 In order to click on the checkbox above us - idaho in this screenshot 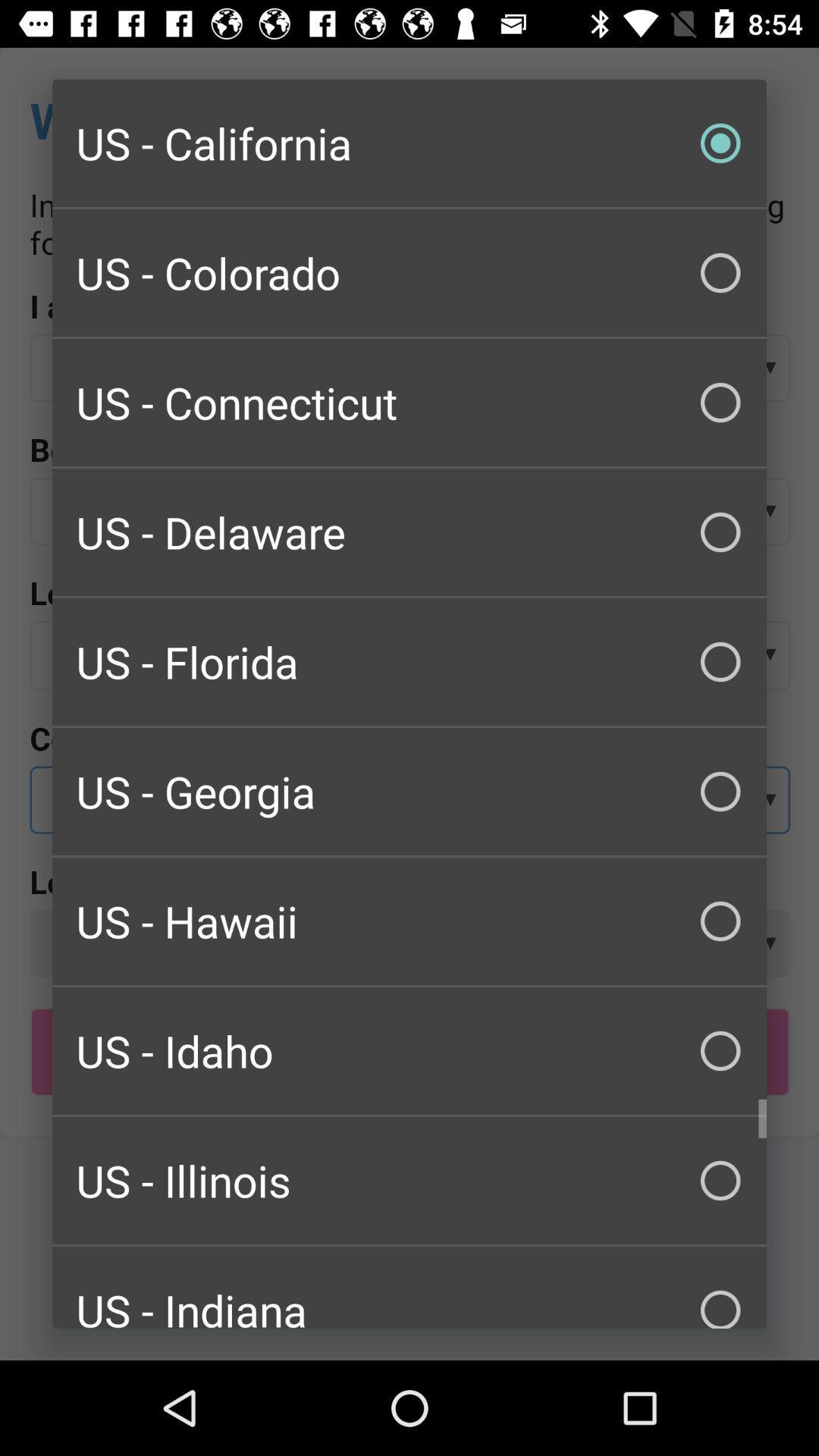, I will do `click(409, 920)`.